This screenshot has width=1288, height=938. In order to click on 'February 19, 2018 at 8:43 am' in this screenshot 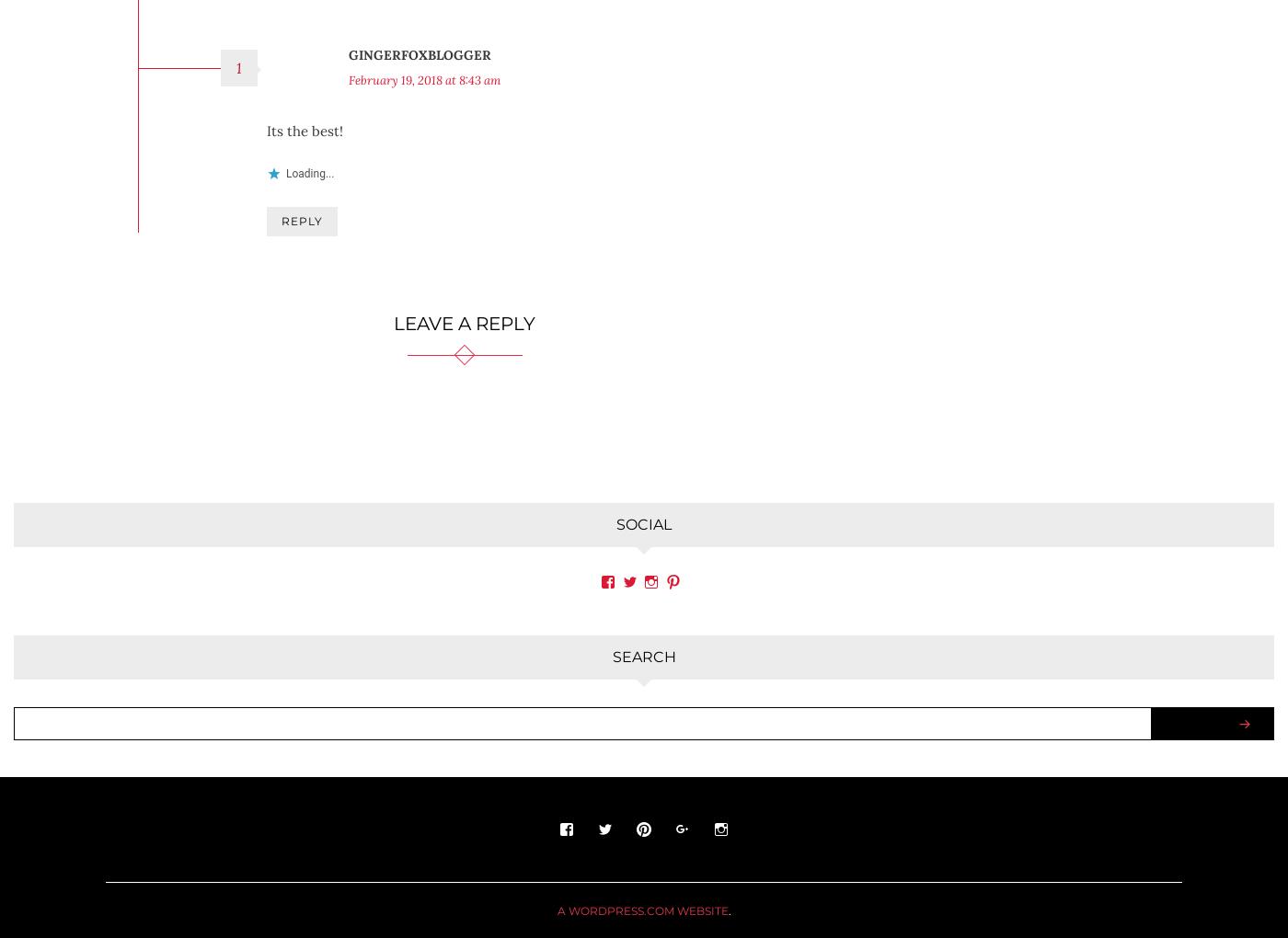, I will do `click(424, 66)`.